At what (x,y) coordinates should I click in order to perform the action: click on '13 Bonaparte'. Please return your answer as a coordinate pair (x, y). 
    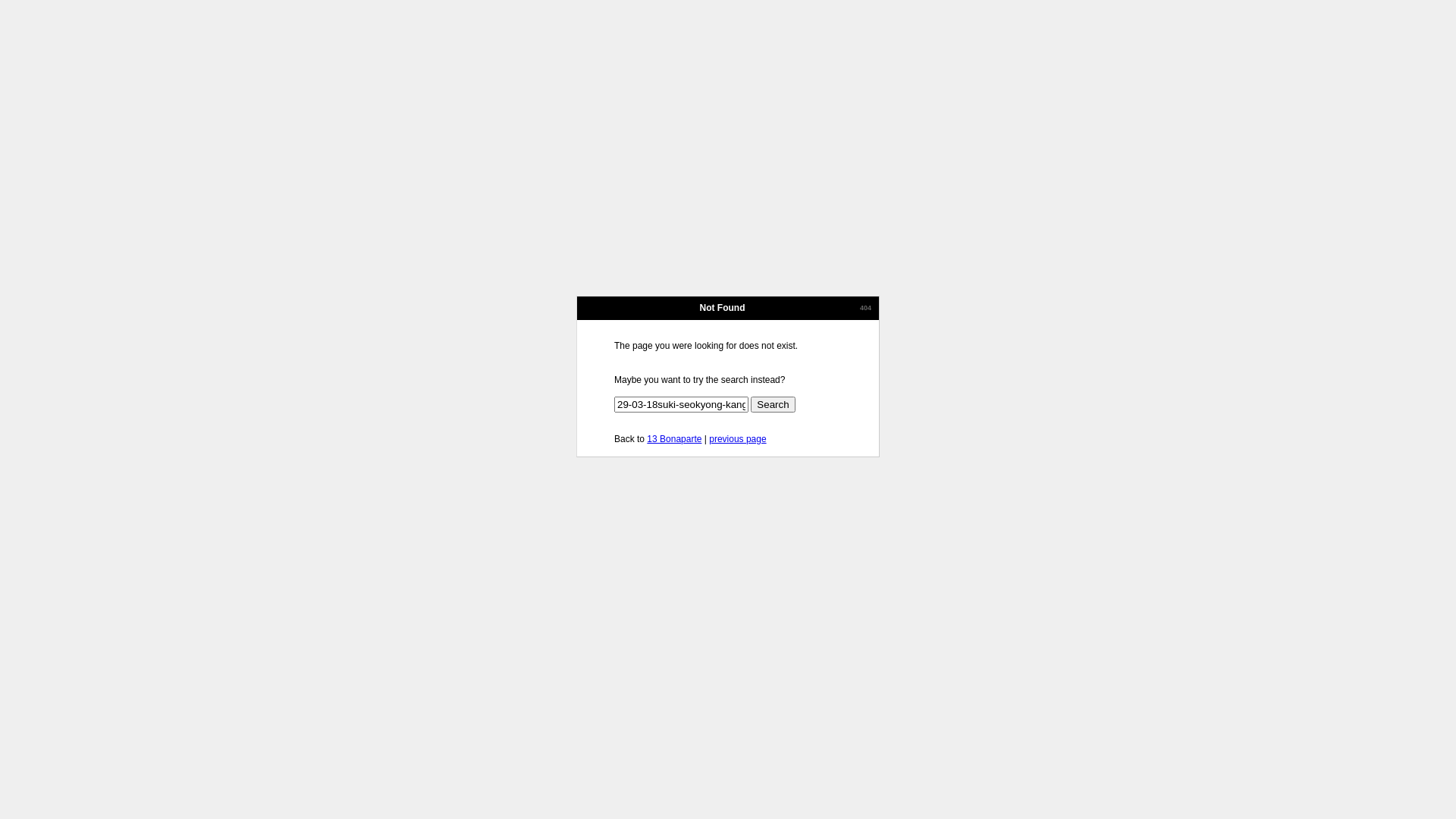
    Looking at the image, I should click on (673, 438).